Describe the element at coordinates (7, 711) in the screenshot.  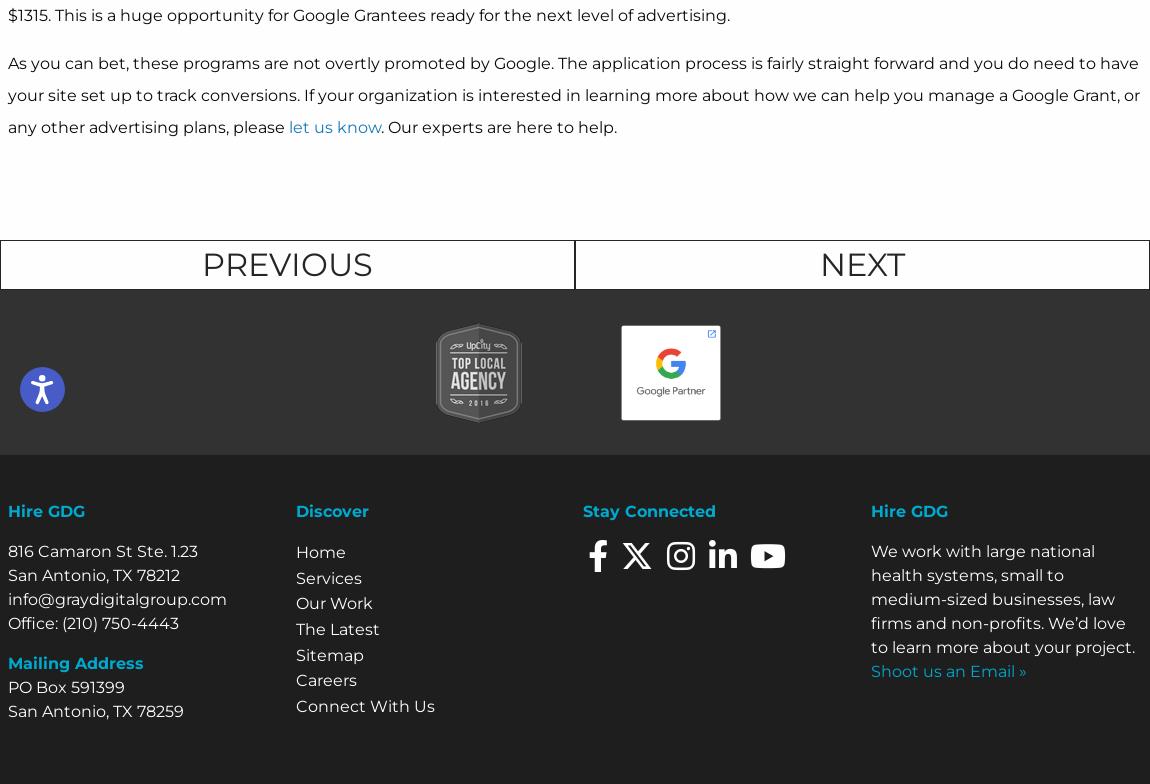
I see `'San Antonio, TX 78259'` at that location.